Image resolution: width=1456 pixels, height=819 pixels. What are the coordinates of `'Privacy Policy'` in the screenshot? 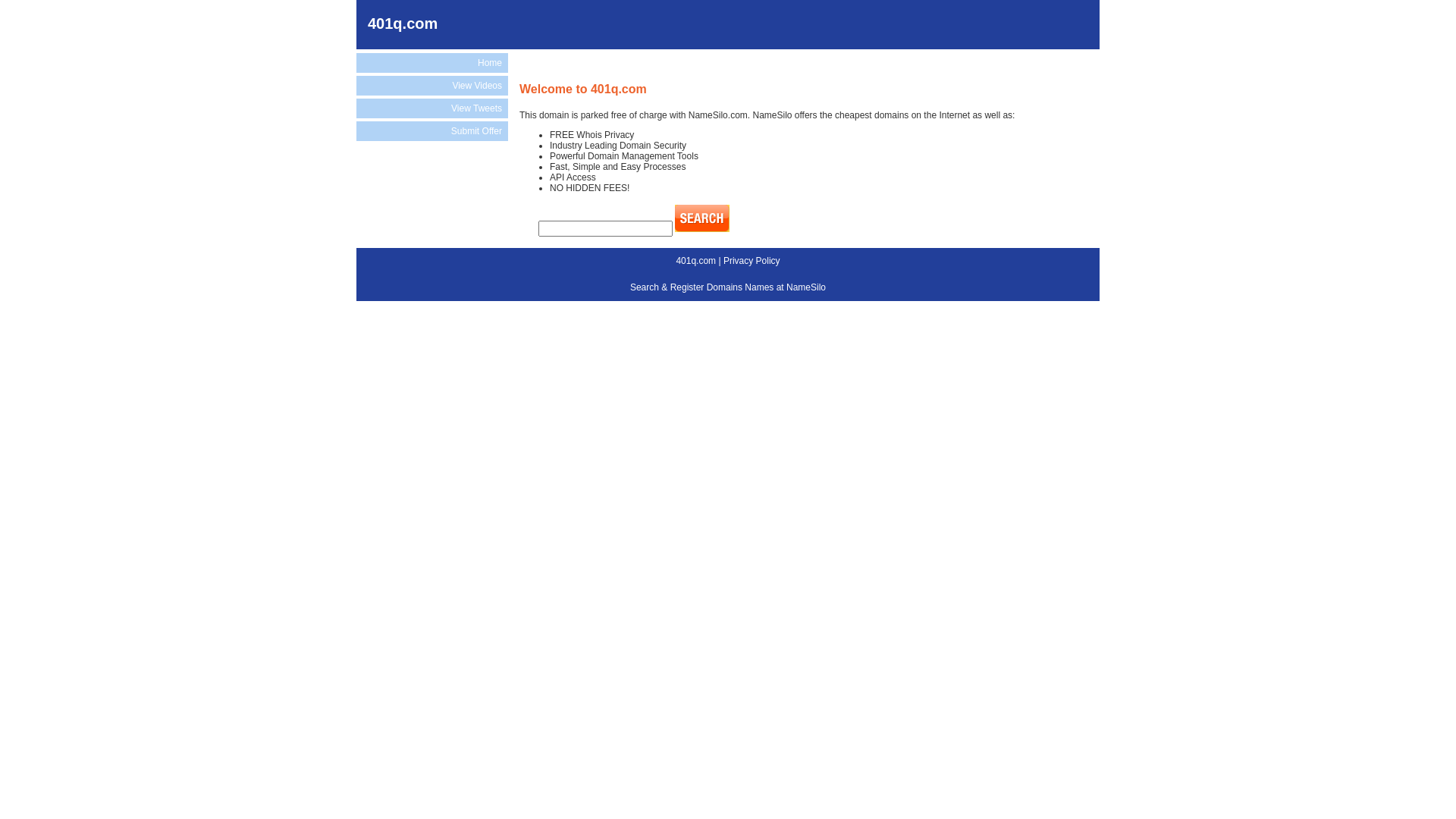 It's located at (723, 259).